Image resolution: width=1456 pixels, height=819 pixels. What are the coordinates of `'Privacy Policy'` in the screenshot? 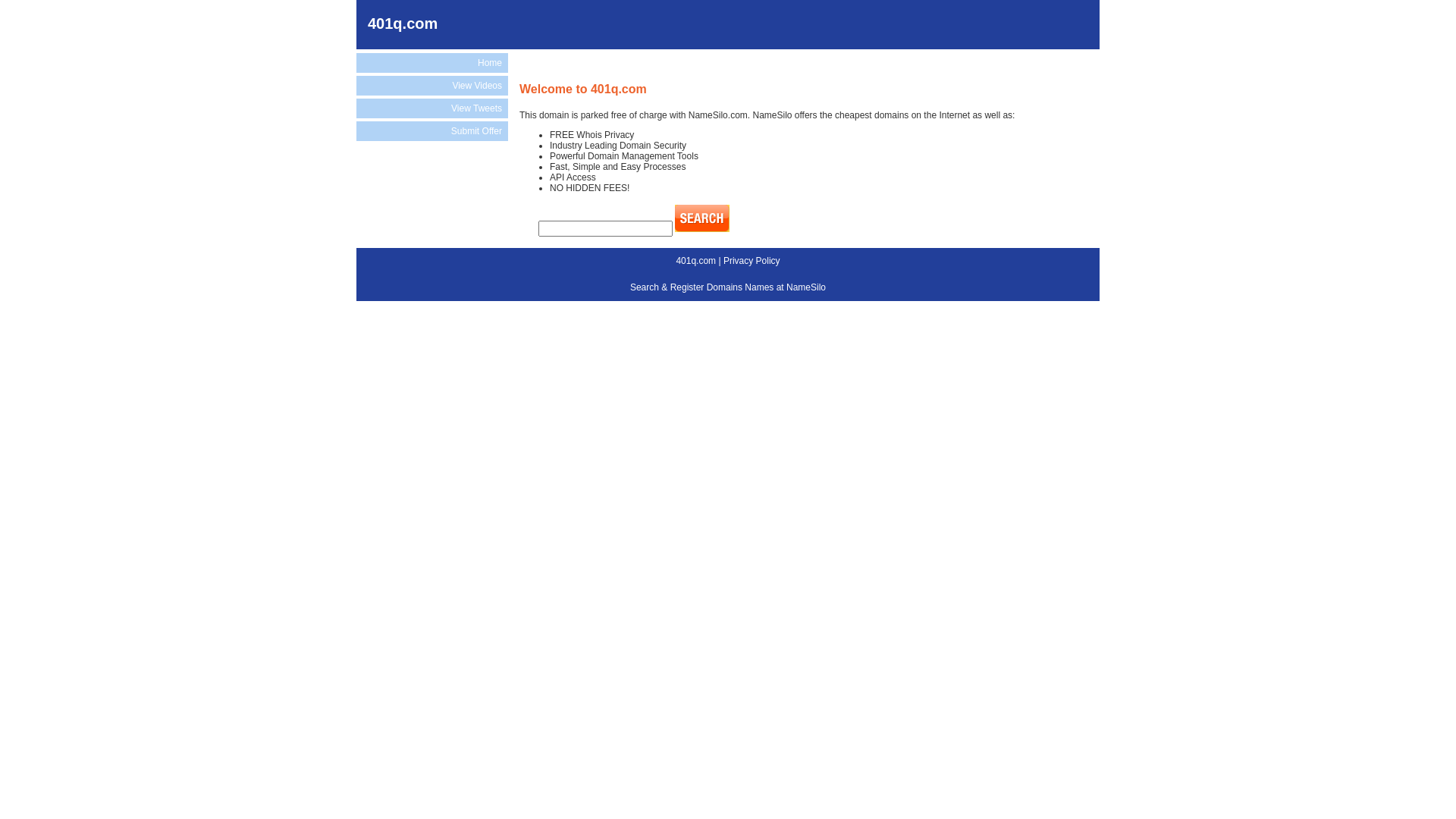 It's located at (723, 259).